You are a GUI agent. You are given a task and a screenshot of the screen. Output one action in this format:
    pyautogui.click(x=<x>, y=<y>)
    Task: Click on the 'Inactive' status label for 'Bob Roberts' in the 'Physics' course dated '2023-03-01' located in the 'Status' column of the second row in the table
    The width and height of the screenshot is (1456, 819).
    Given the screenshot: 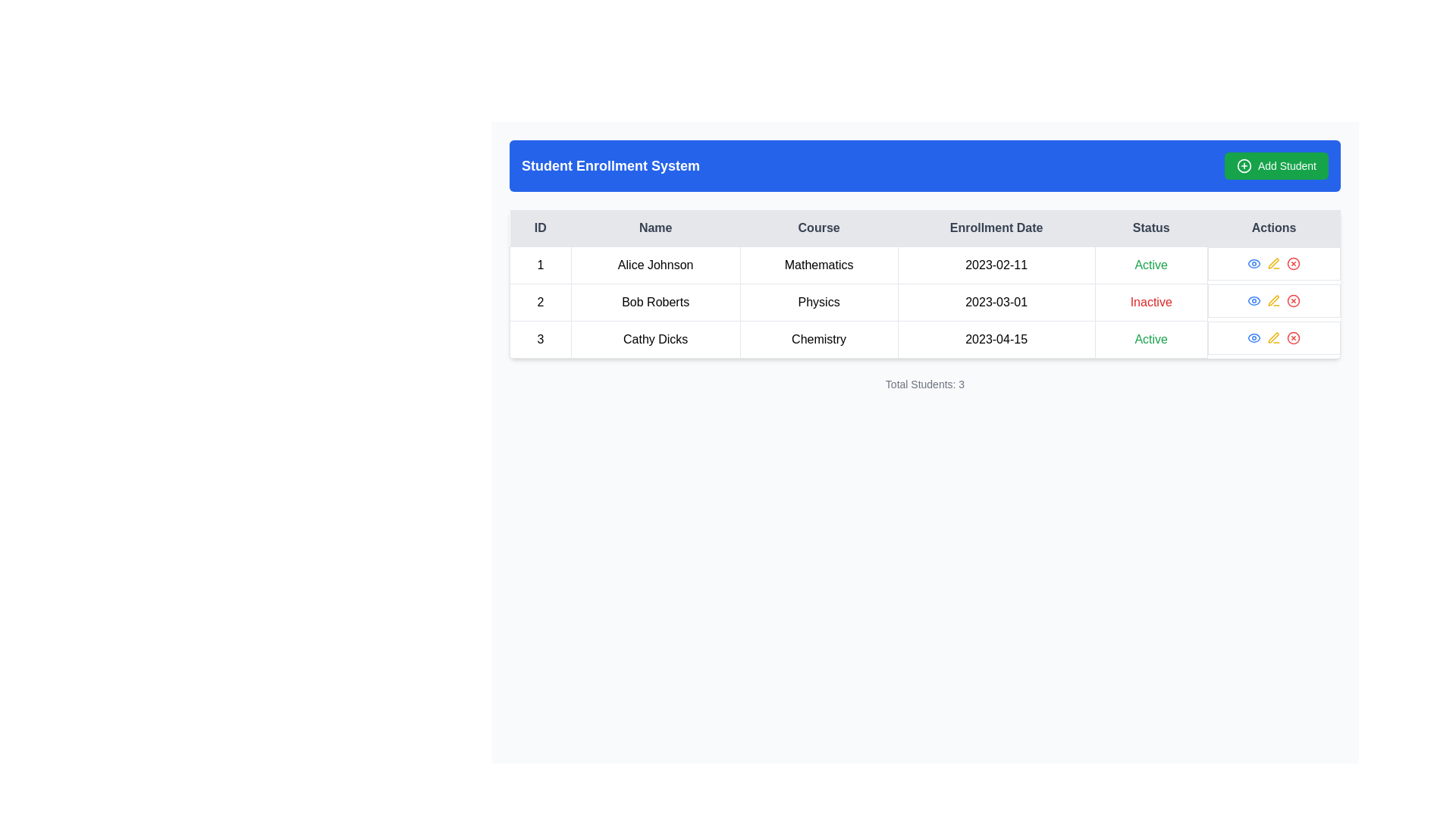 What is the action you would take?
    pyautogui.click(x=1151, y=302)
    